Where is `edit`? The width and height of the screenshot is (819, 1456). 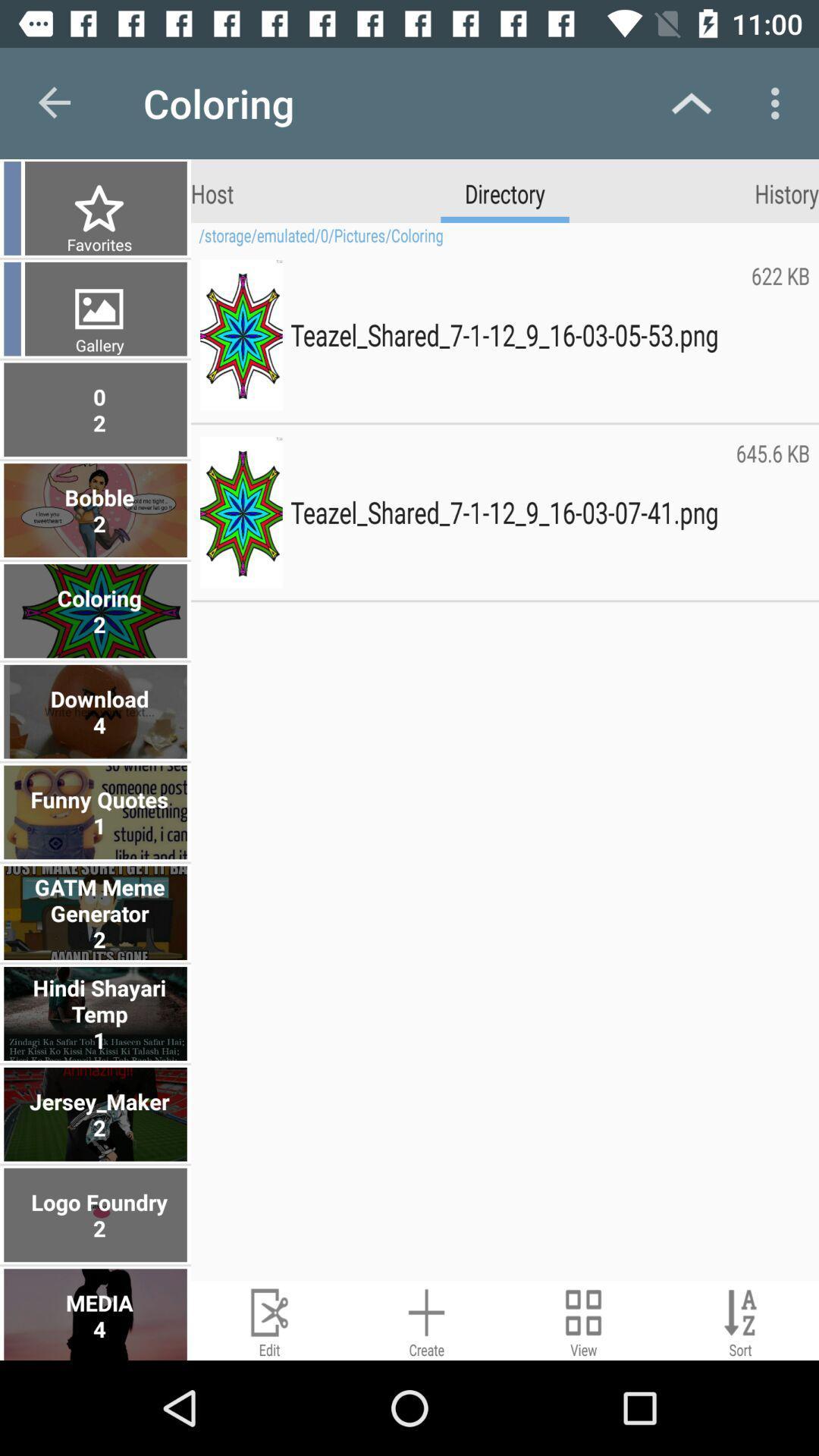
edit is located at coordinates (268, 1319).